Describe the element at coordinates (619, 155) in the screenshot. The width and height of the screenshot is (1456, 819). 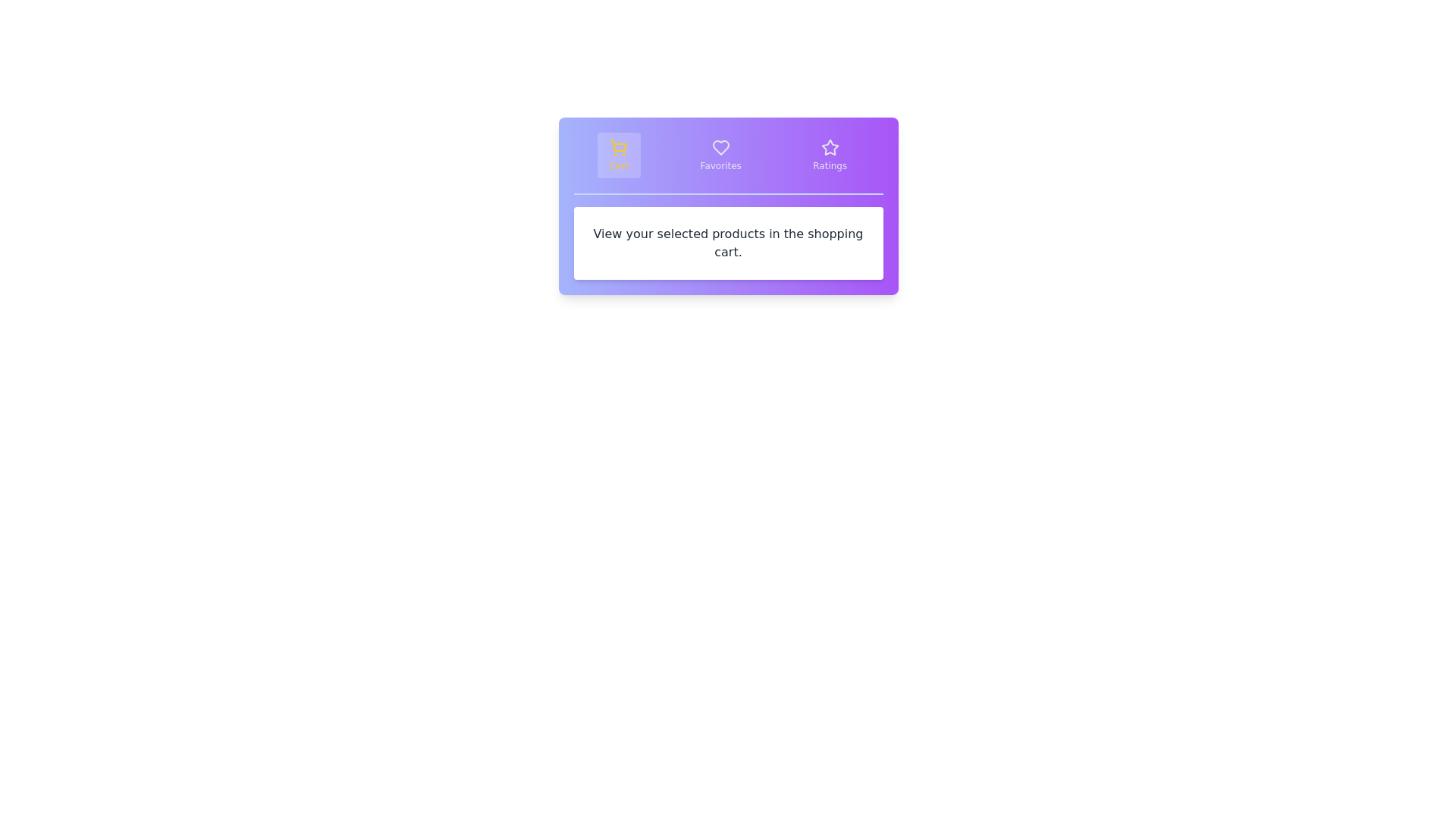
I see `the shopping cart button located at the top-left corner of the section` at that location.